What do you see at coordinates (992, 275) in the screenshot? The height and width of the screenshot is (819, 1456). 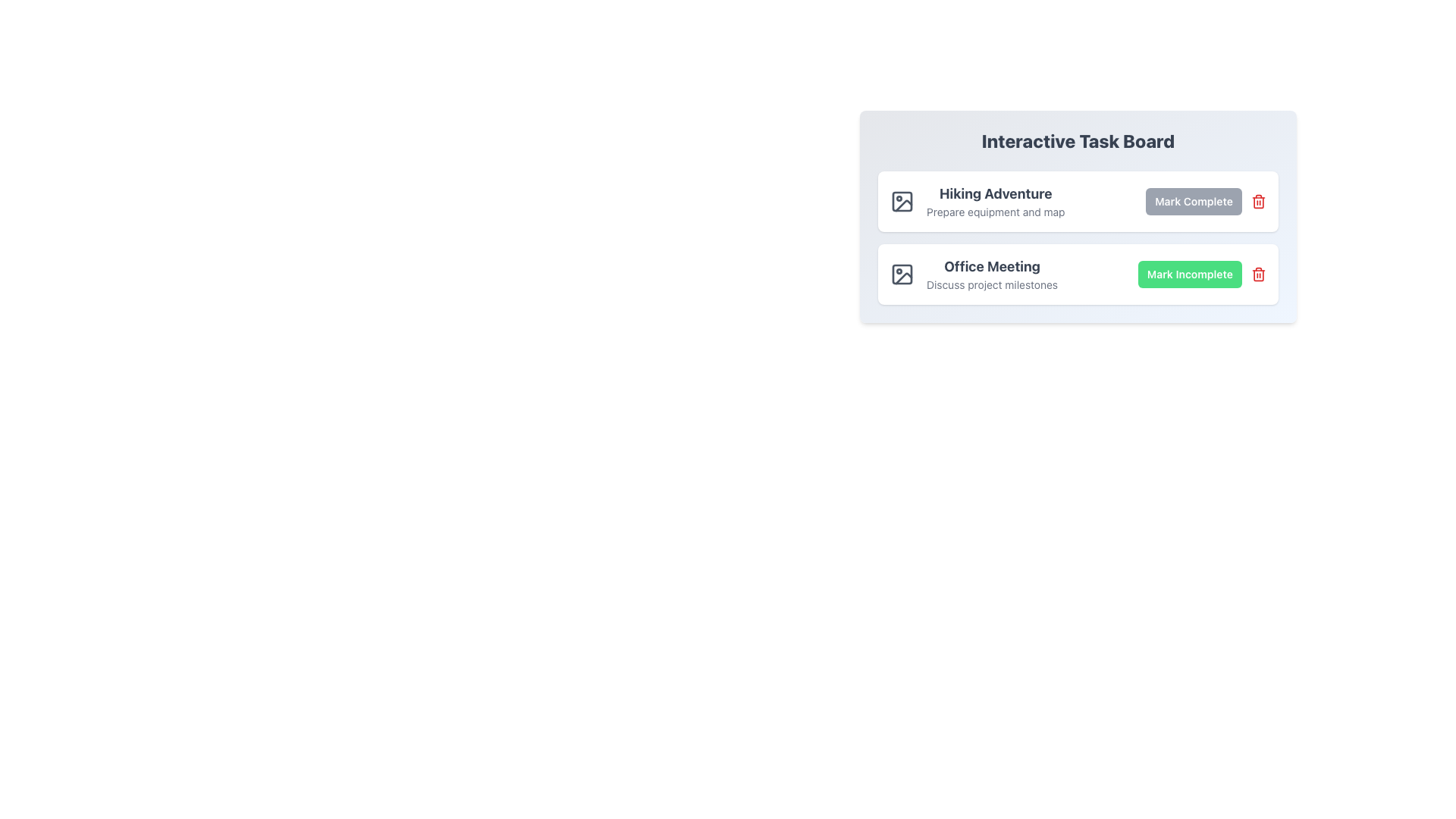 I see `the Text Label titled 'Office Meeting' which describes the task as 'Discuss project milestones'. It is located in the second row of a vertical list within a task board, positioned between a generic image icon and a green button labeled 'Mark Incomplete'` at bounding box center [992, 275].